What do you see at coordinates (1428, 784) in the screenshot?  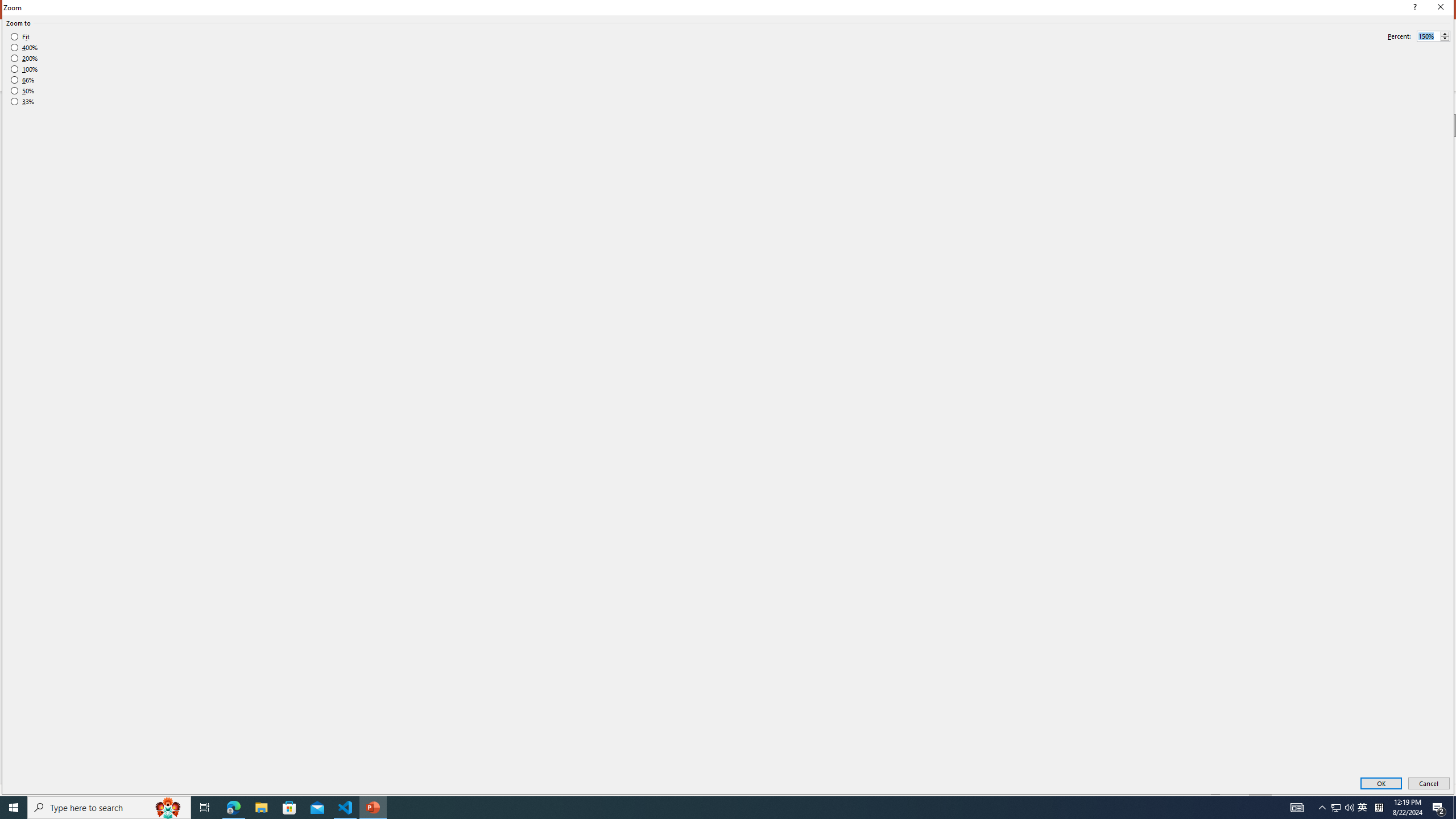 I see `'Cancel'` at bounding box center [1428, 784].